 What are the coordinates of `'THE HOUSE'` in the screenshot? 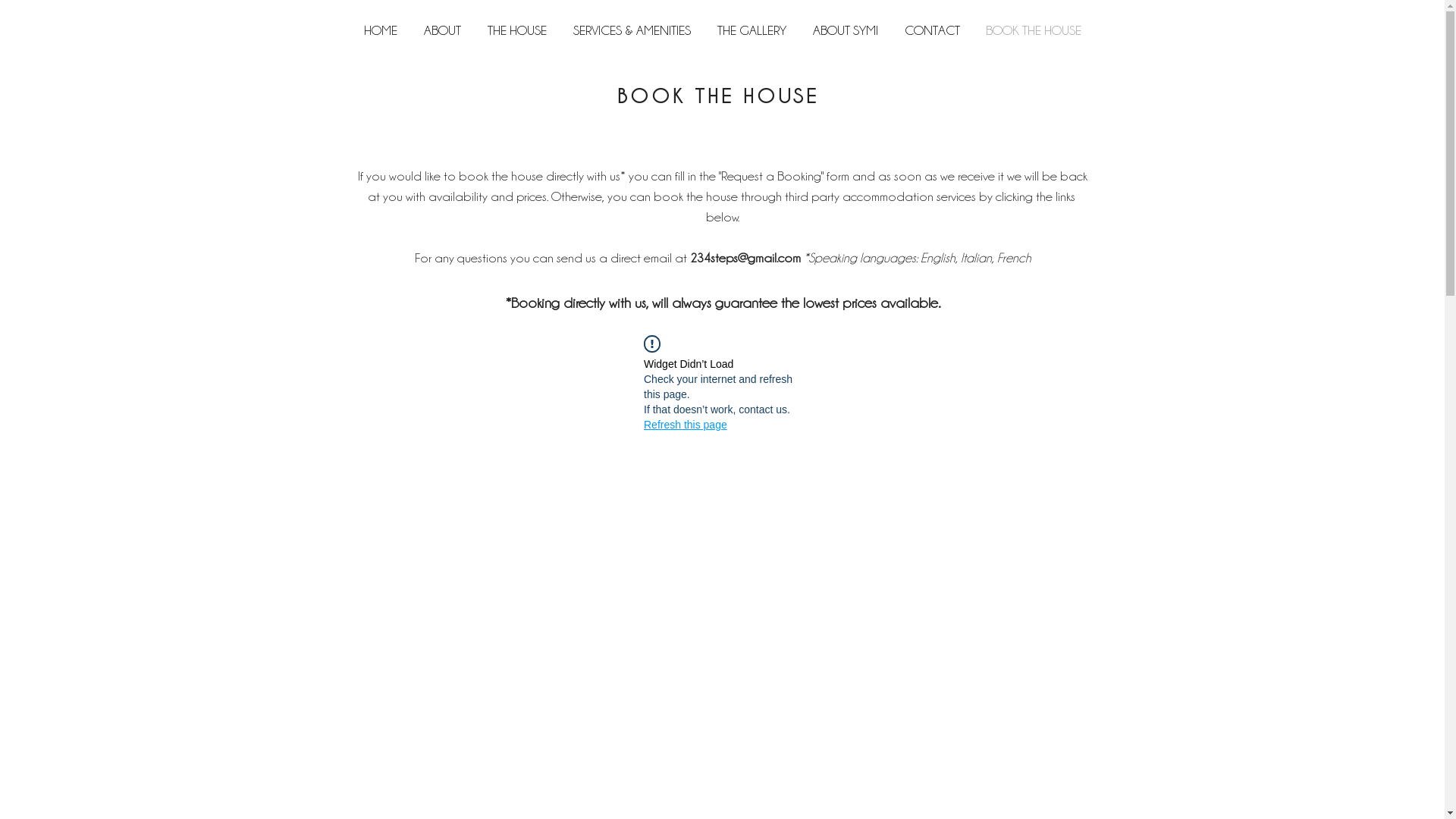 It's located at (473, 30).